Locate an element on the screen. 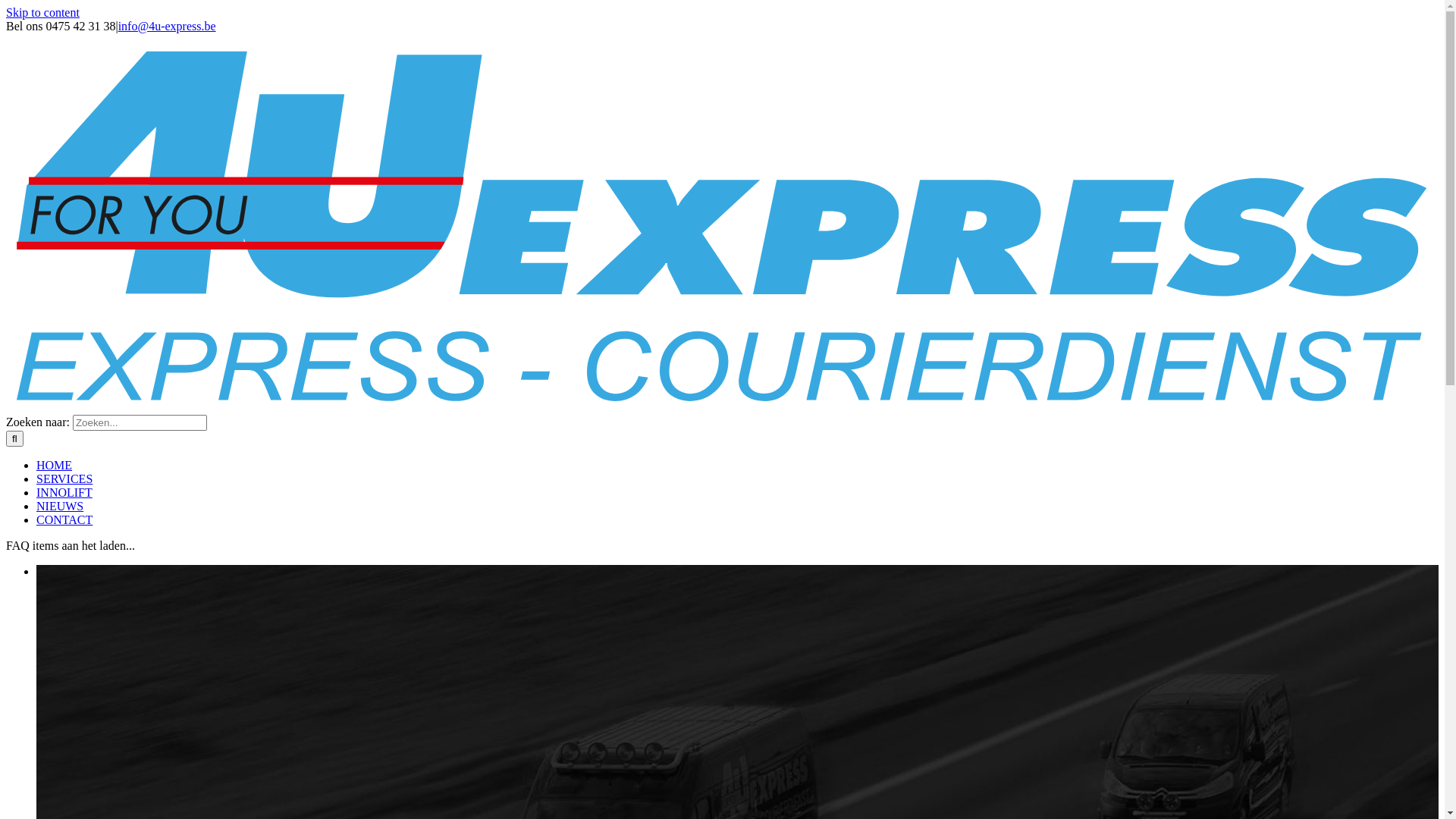 This screenshot has width=1456, height=819. 'SERVICES' is located at coordinates (36, 479).